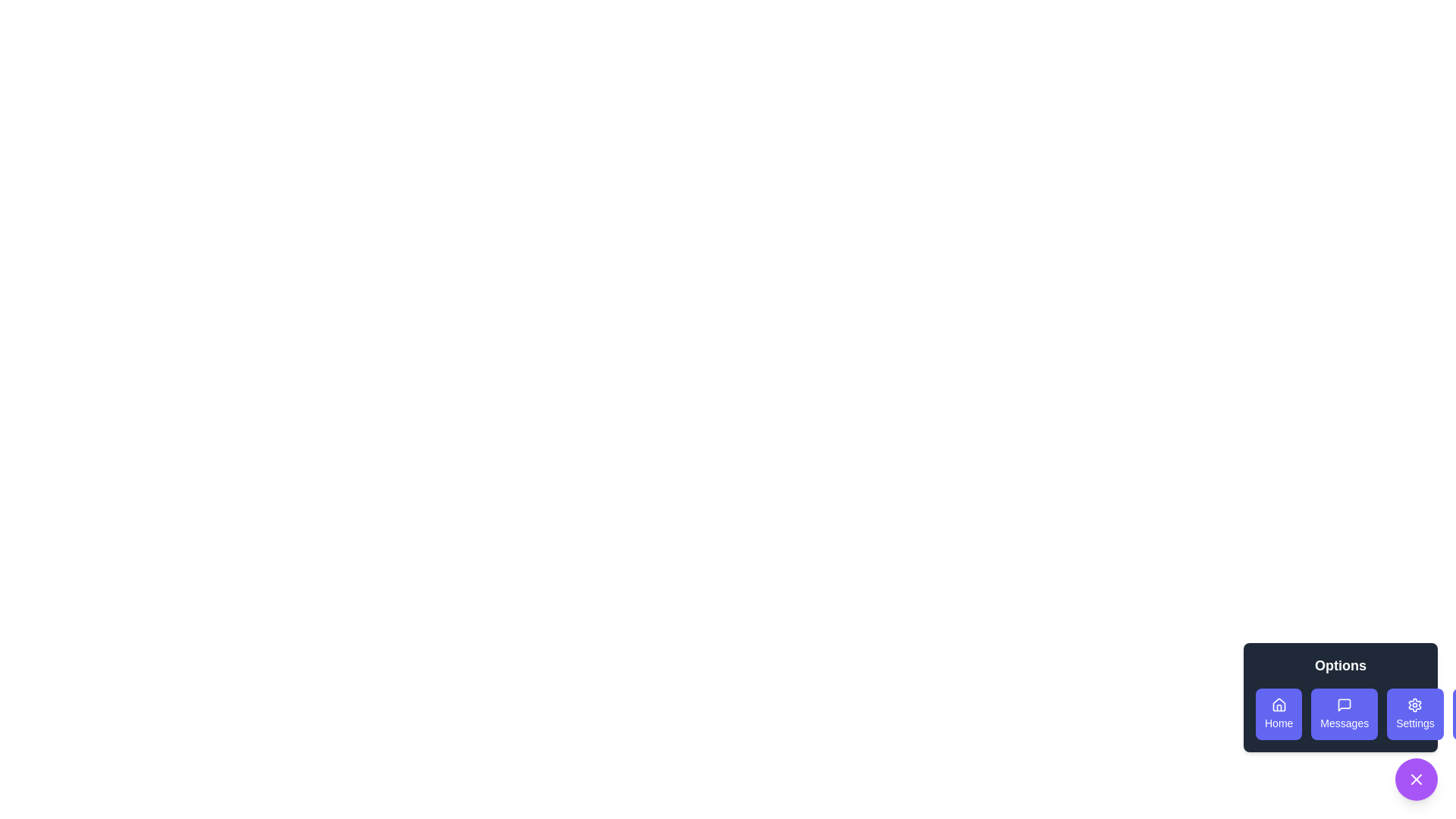 The image size is (1456, 819). What do you see at coordinates (1414, 704) in the screenshot?
I see `the settings icon located at the bottom right of the interface` at bounding box center [1414, 704].